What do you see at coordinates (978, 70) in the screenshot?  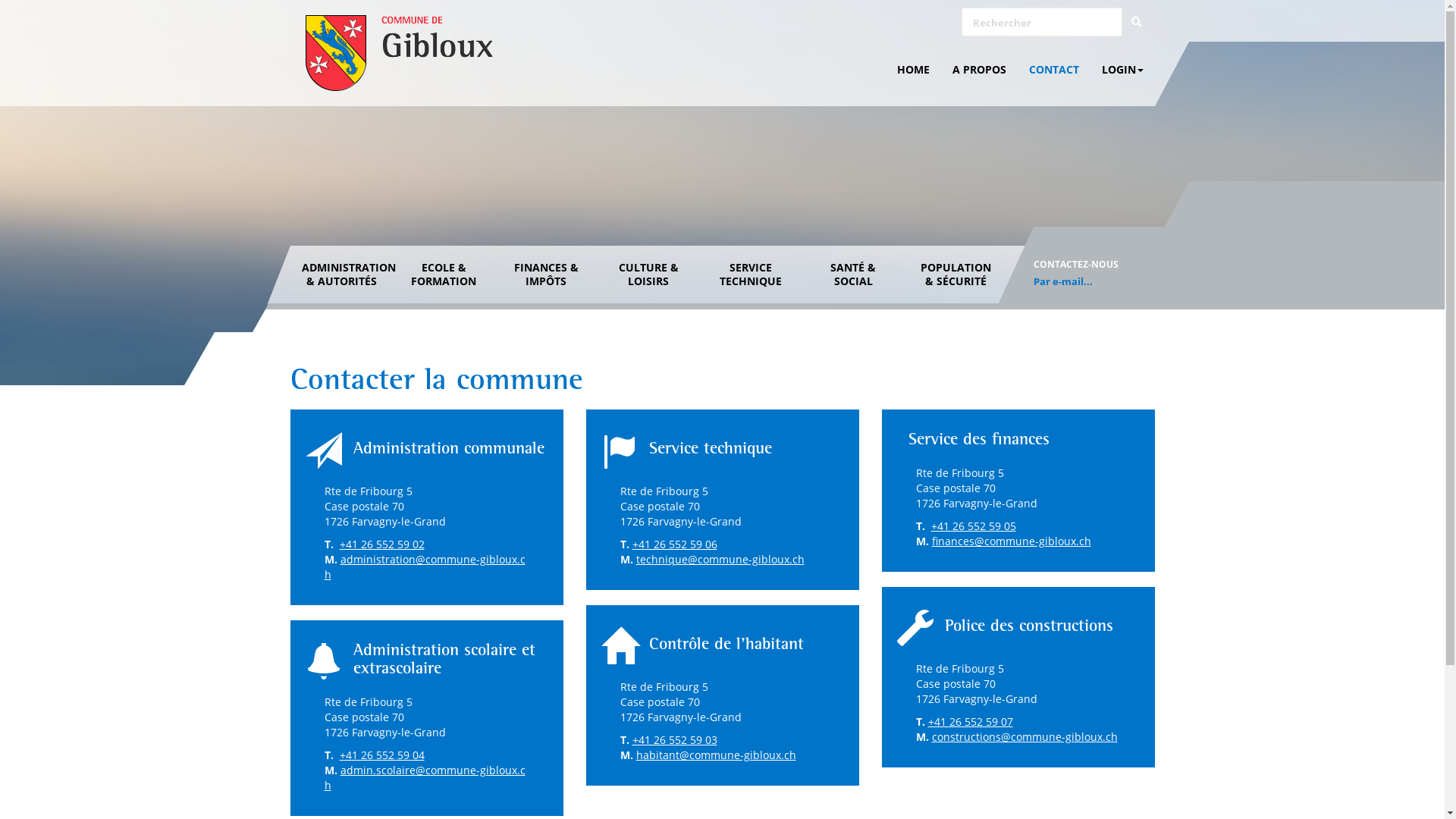 I see `'A PROPOS'` at bounding box center [978, 70].